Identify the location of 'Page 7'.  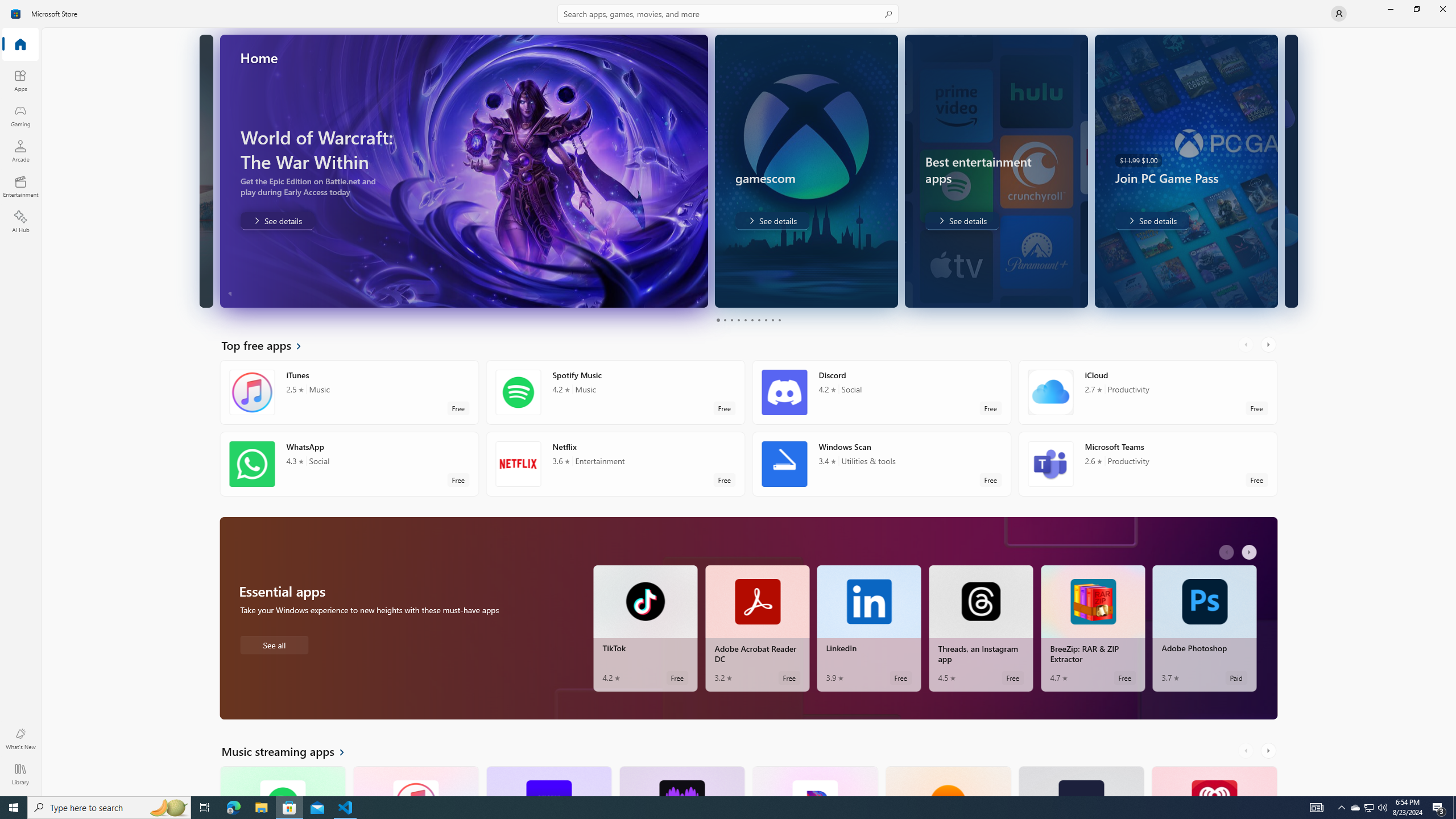
(758, 320).